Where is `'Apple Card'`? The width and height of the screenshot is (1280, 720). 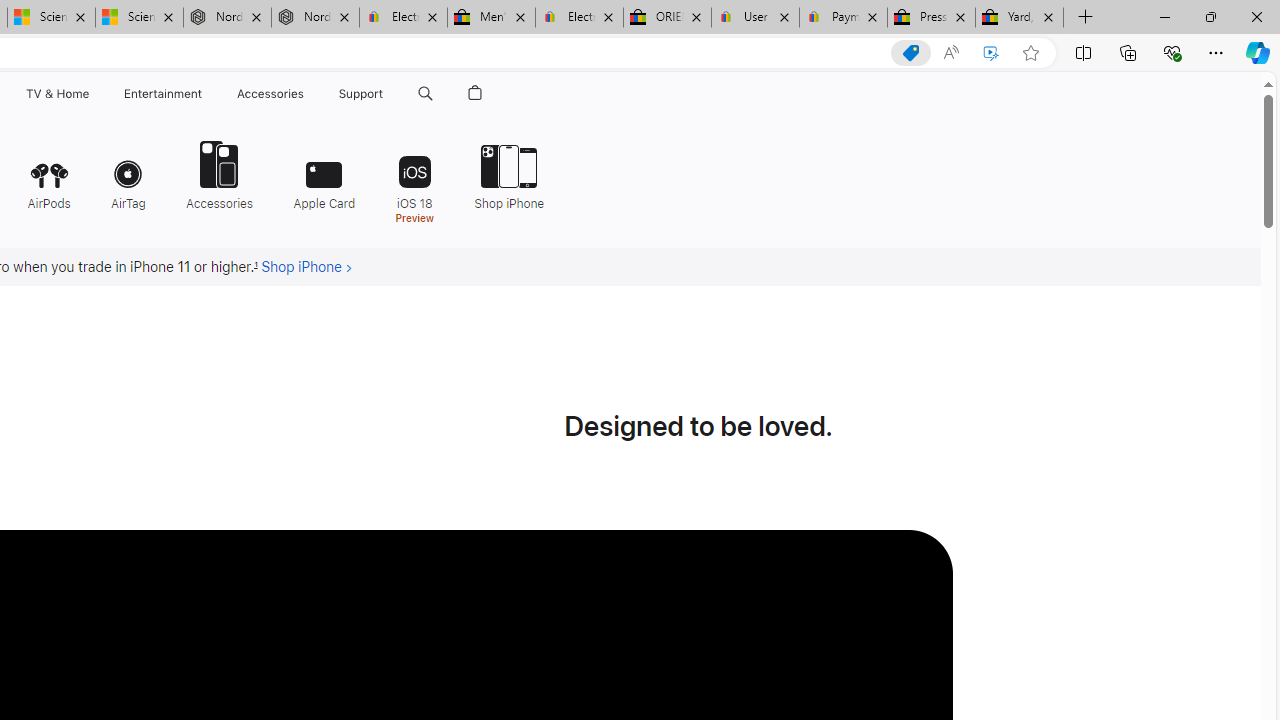 'Apple Card' is located at coordinates (324, 172).